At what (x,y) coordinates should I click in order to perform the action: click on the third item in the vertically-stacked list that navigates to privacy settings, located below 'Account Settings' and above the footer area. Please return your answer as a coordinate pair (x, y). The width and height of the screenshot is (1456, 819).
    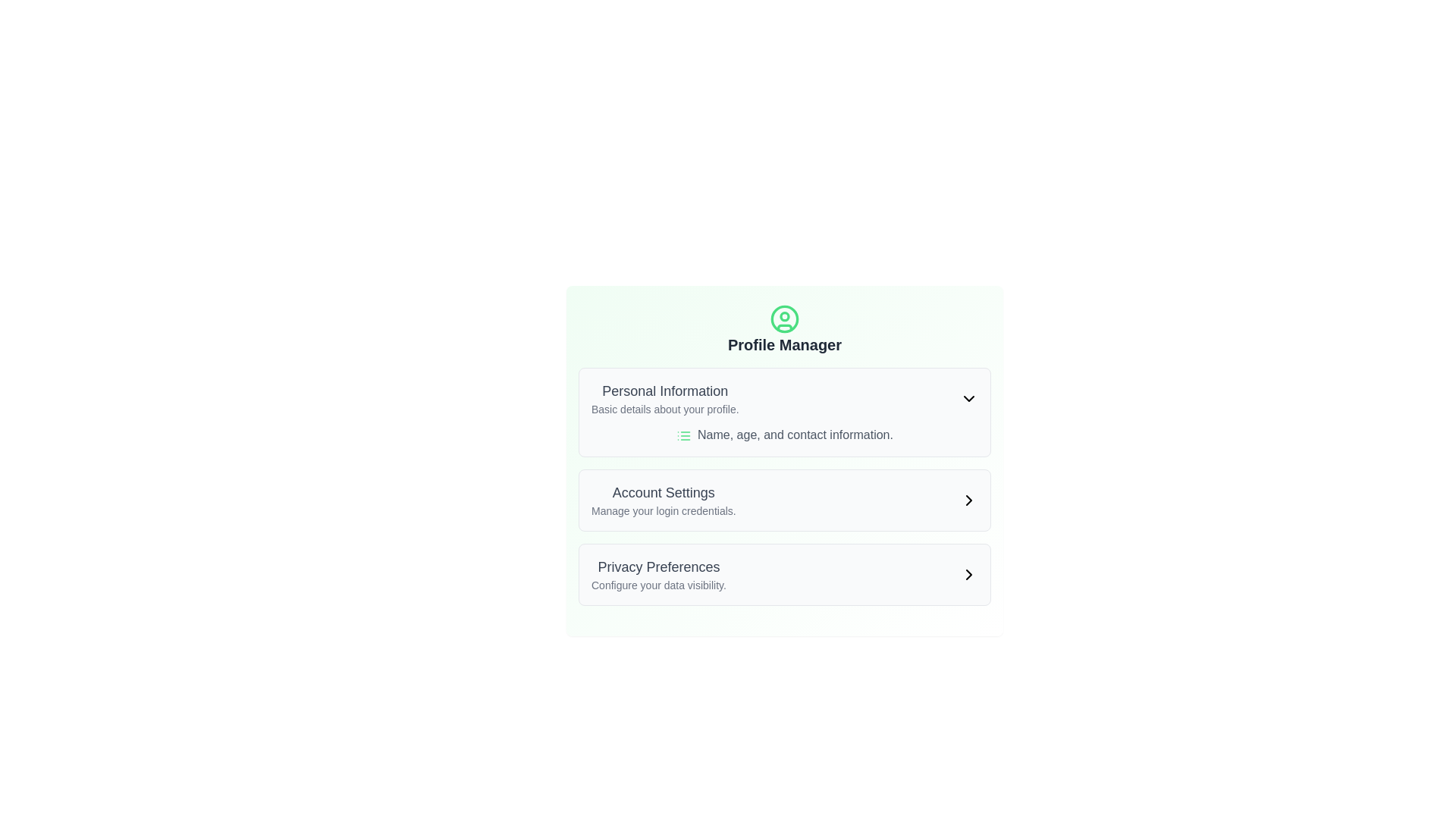
    Looking at the image, I should click on (785, 575).